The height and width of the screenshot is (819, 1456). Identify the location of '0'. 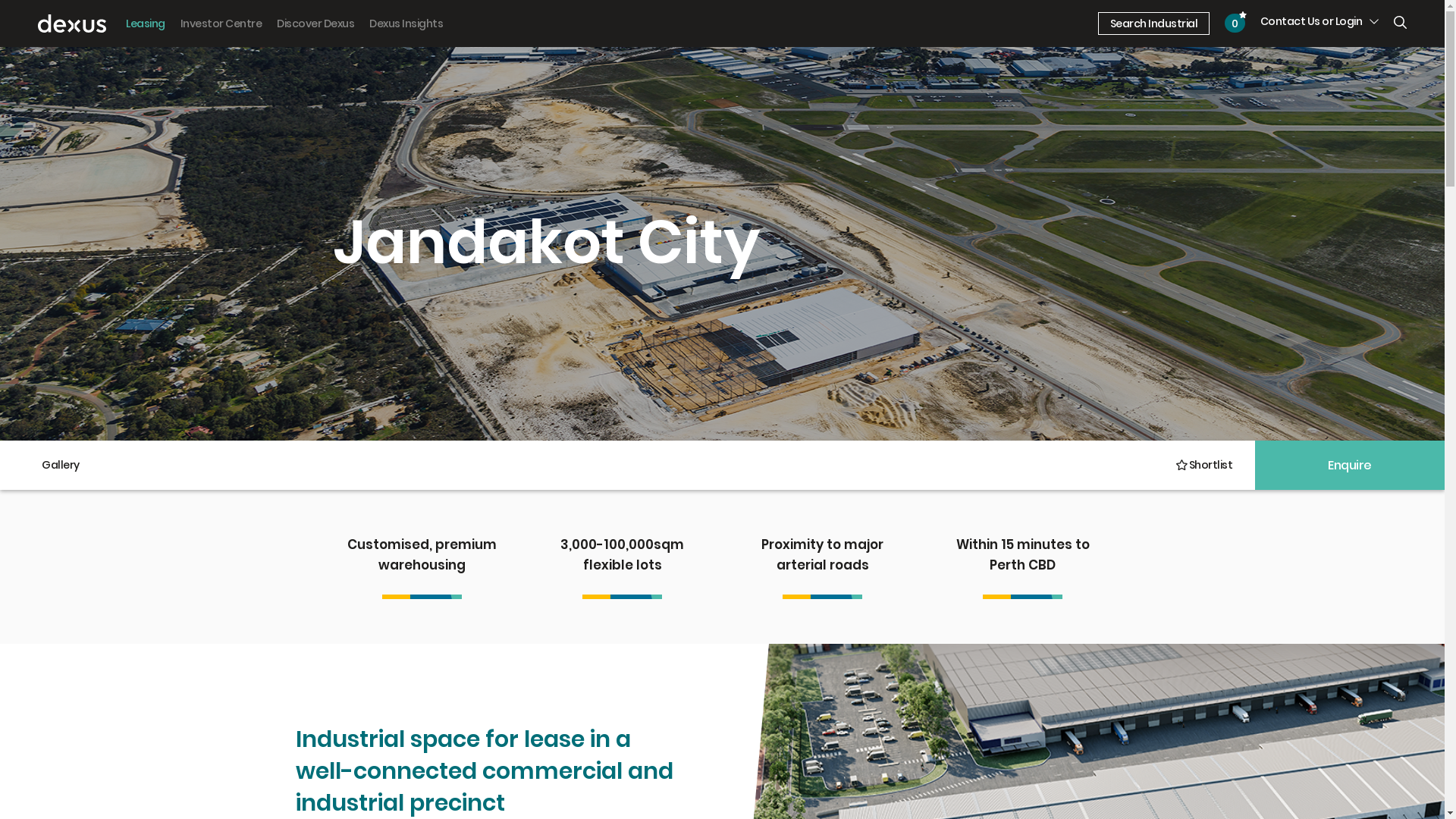
(1235, 23).